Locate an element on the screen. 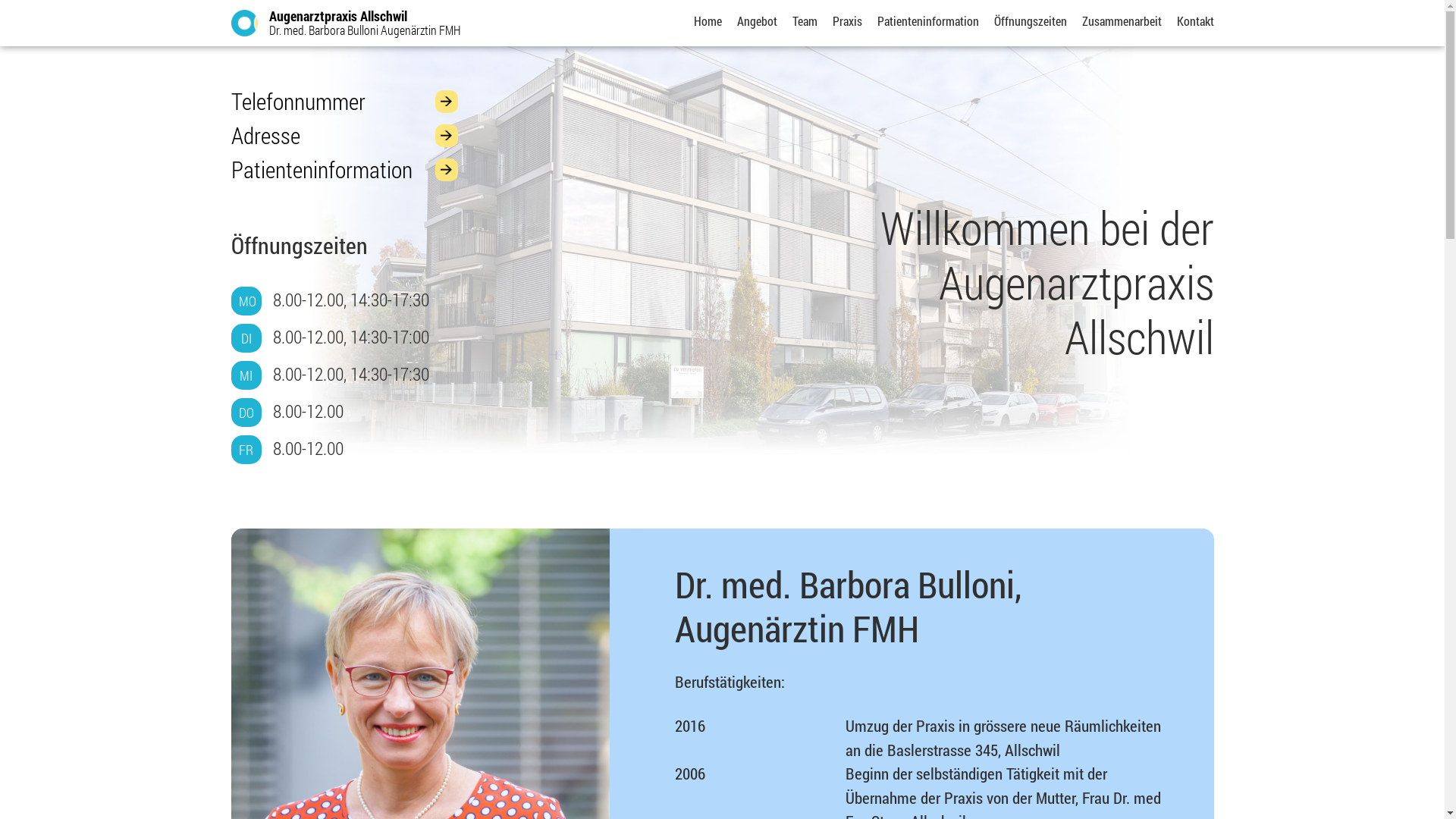  'Team' is located at coordinates (803, 20).